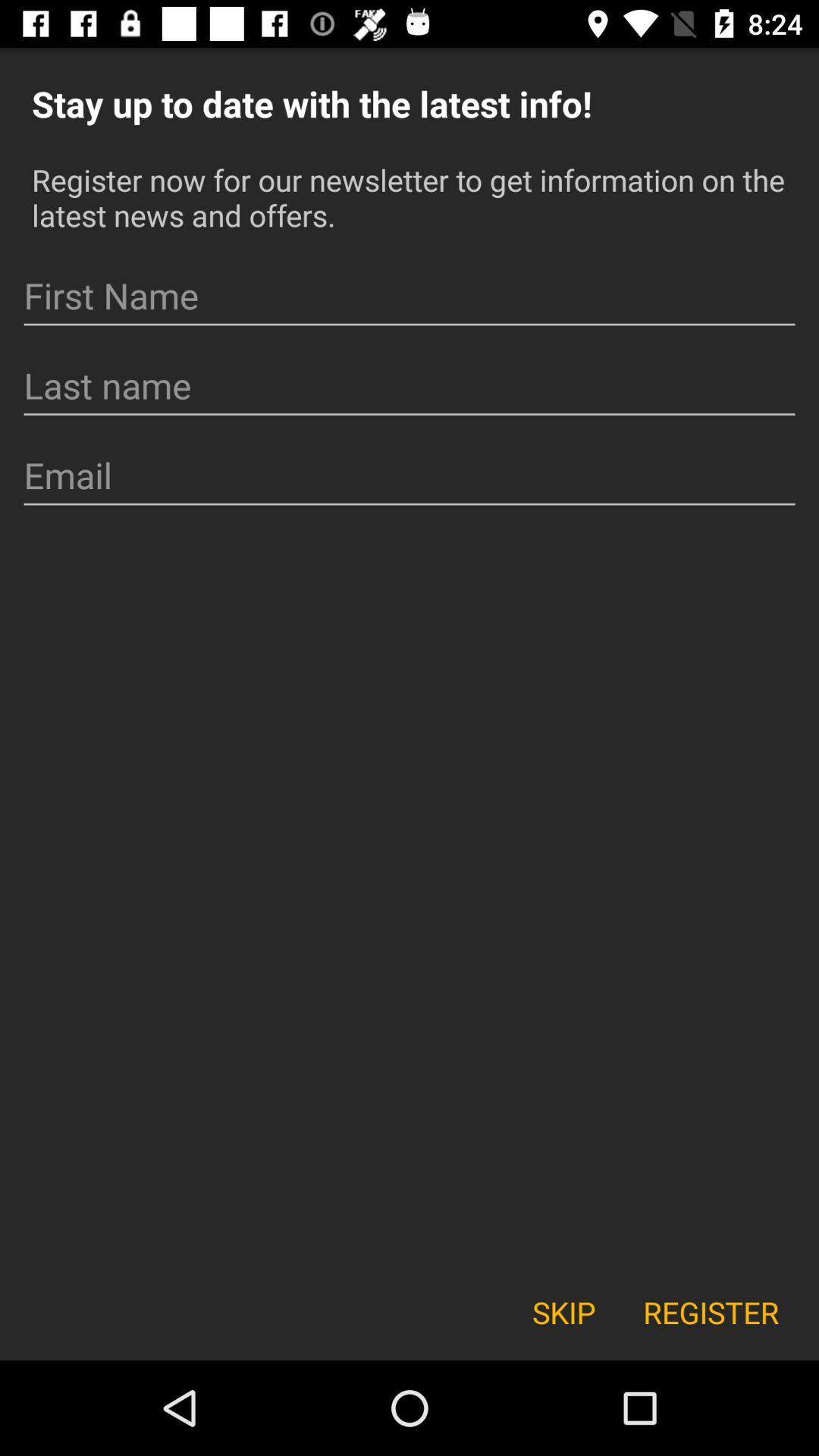 This screenshot has height=1456, width=819. What do you see at coordinates (563, 1312) in the screenshot?
I see `icon next to register` at bounding box center [563, 1312].